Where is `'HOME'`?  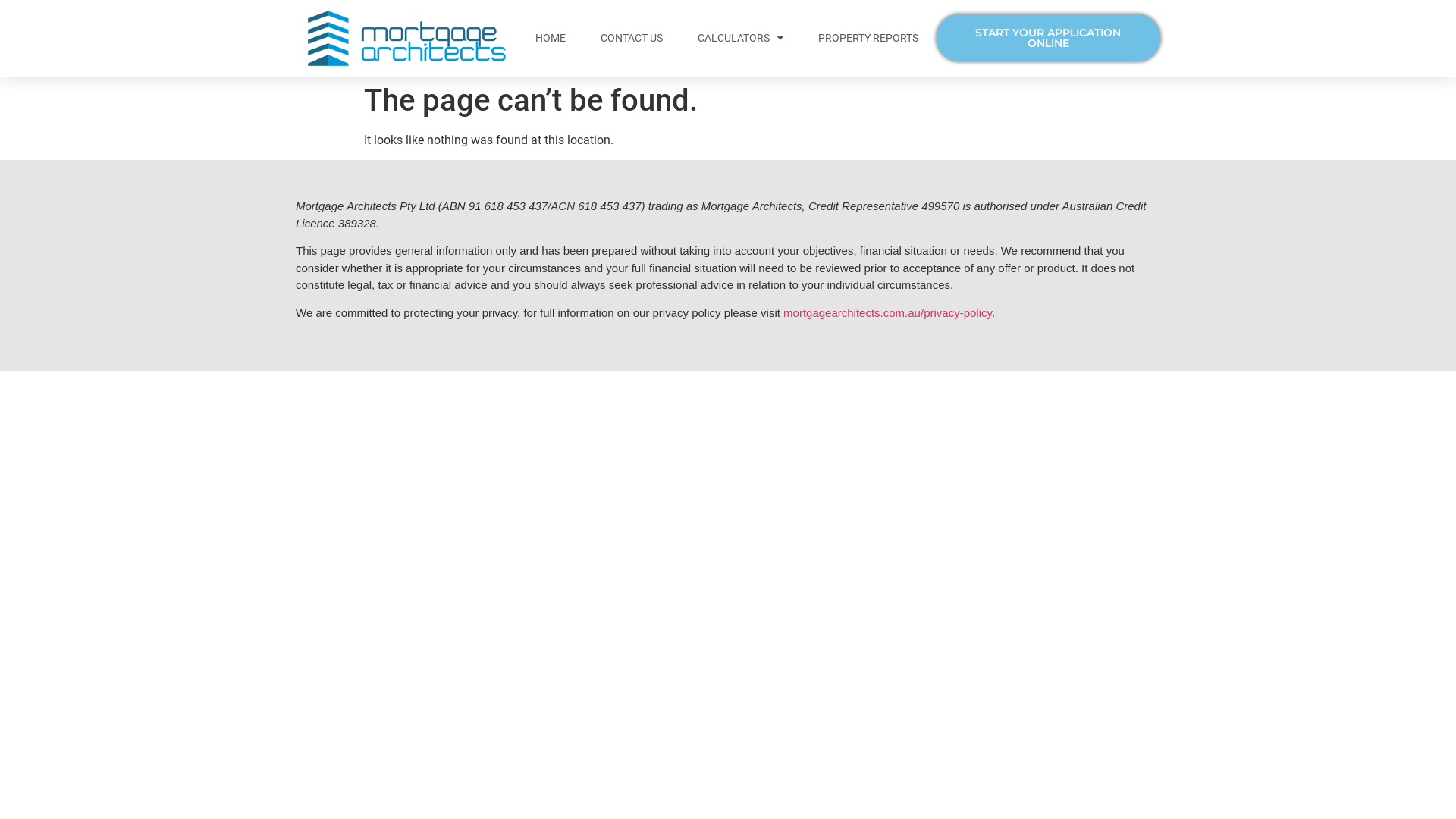
'HOME' is located at coordinates (549, 37).